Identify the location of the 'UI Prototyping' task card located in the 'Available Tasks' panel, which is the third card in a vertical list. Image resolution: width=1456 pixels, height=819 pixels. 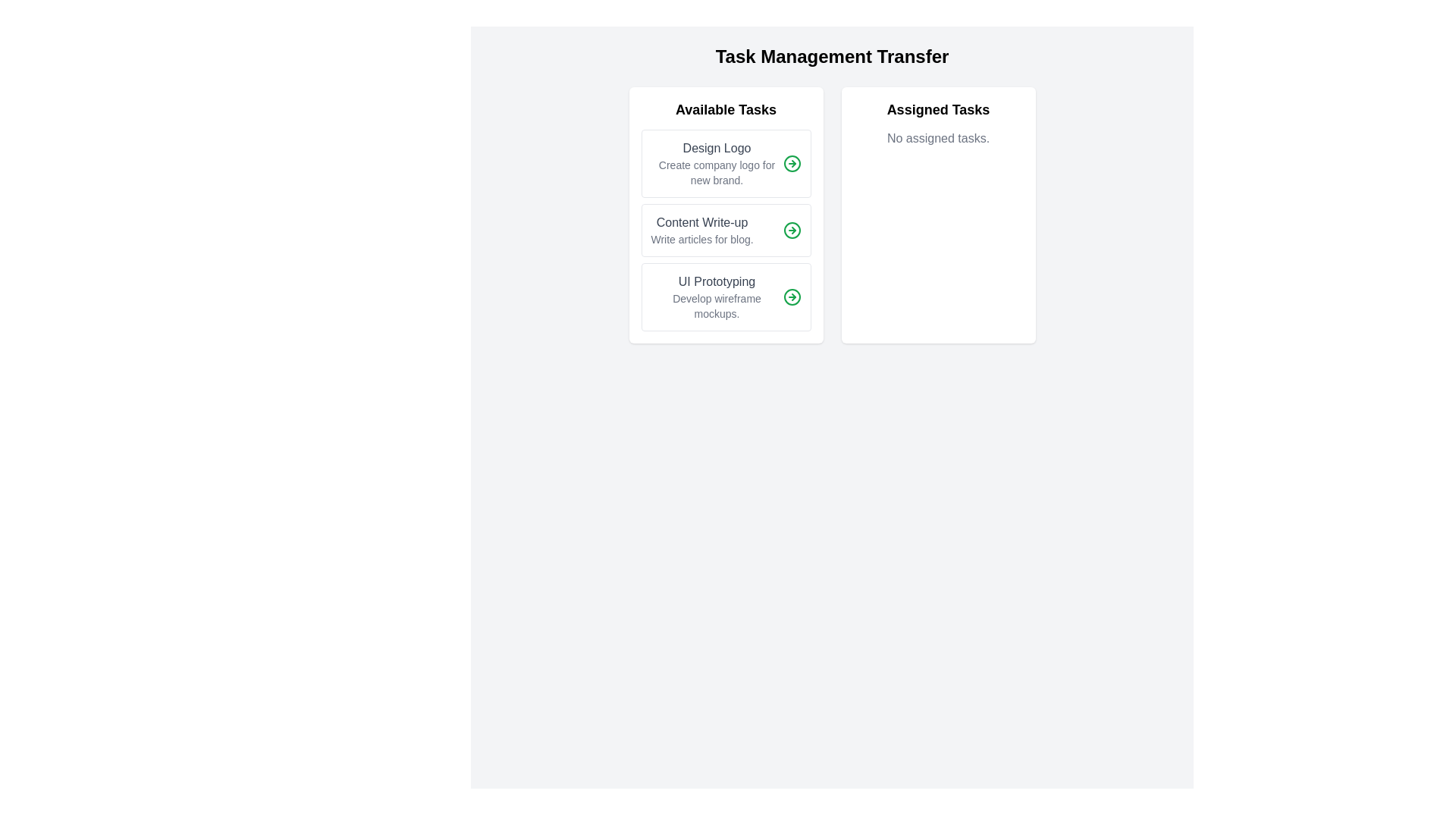
(725, 297).